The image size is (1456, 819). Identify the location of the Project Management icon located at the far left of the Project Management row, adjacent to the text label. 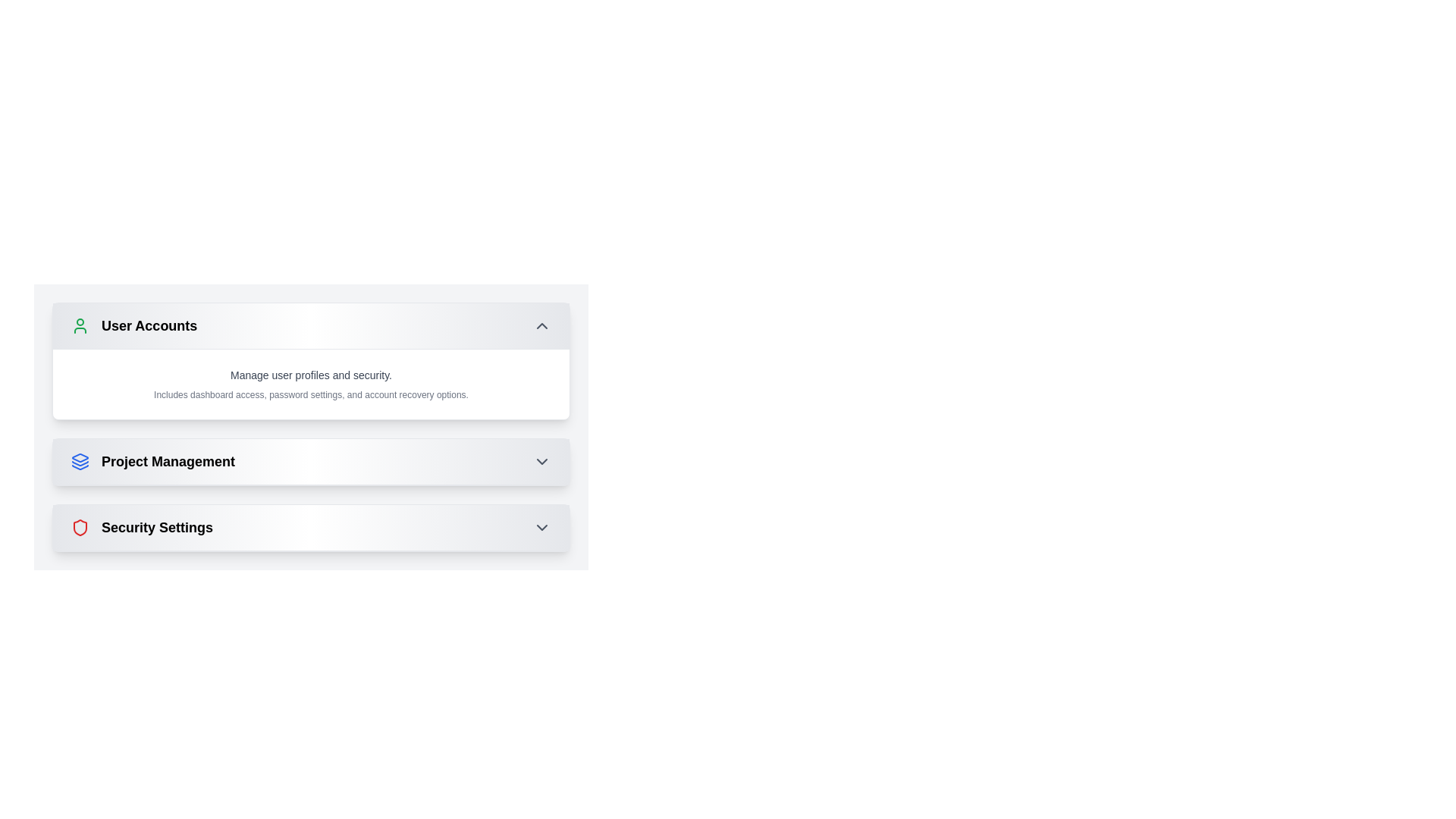
(79, 461).